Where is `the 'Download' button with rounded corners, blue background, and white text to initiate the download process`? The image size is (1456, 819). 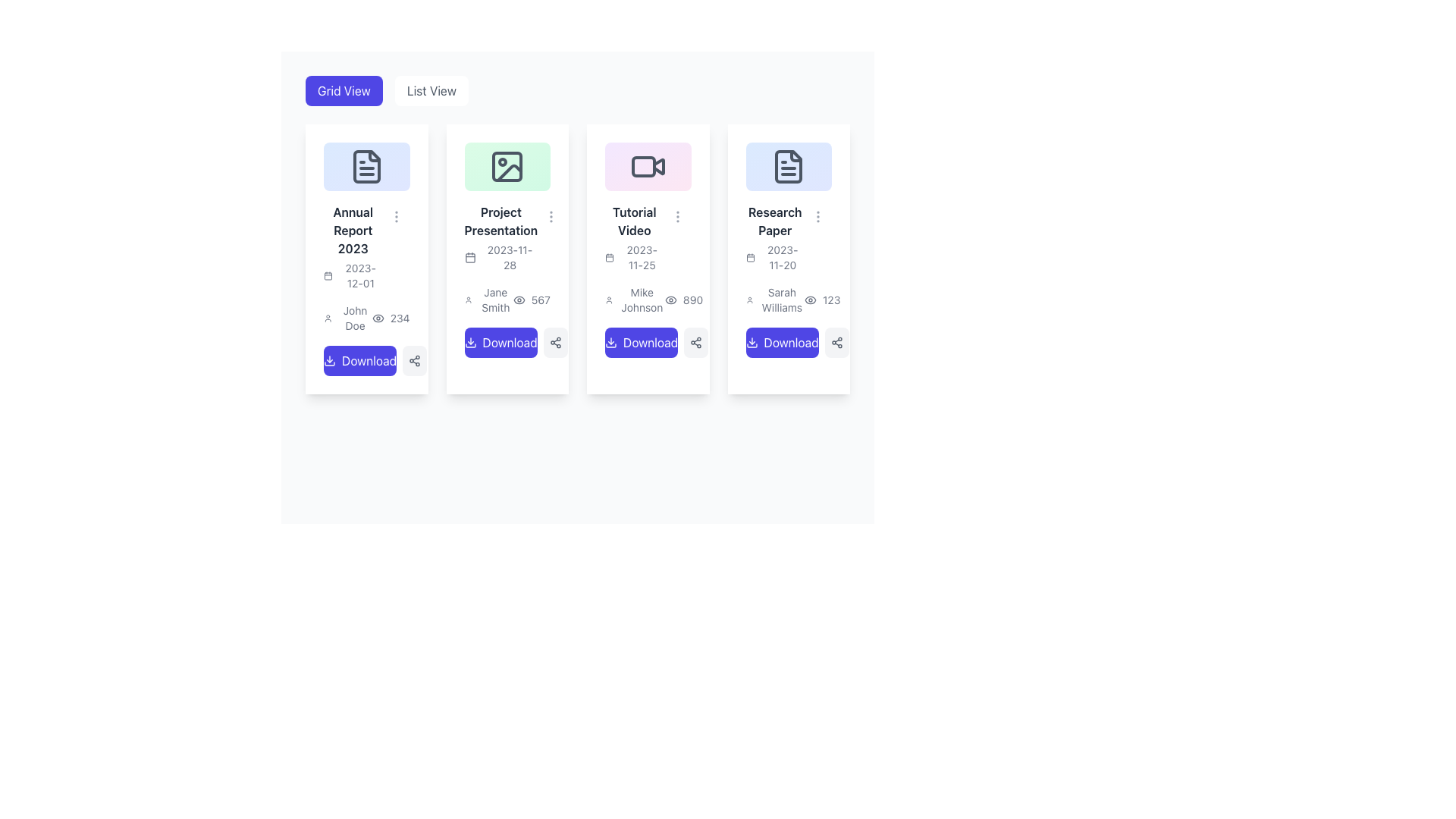 the 'Download' button with rounded corners, blue background, and white text to initiate the download process is located at coordinates (782, 342).